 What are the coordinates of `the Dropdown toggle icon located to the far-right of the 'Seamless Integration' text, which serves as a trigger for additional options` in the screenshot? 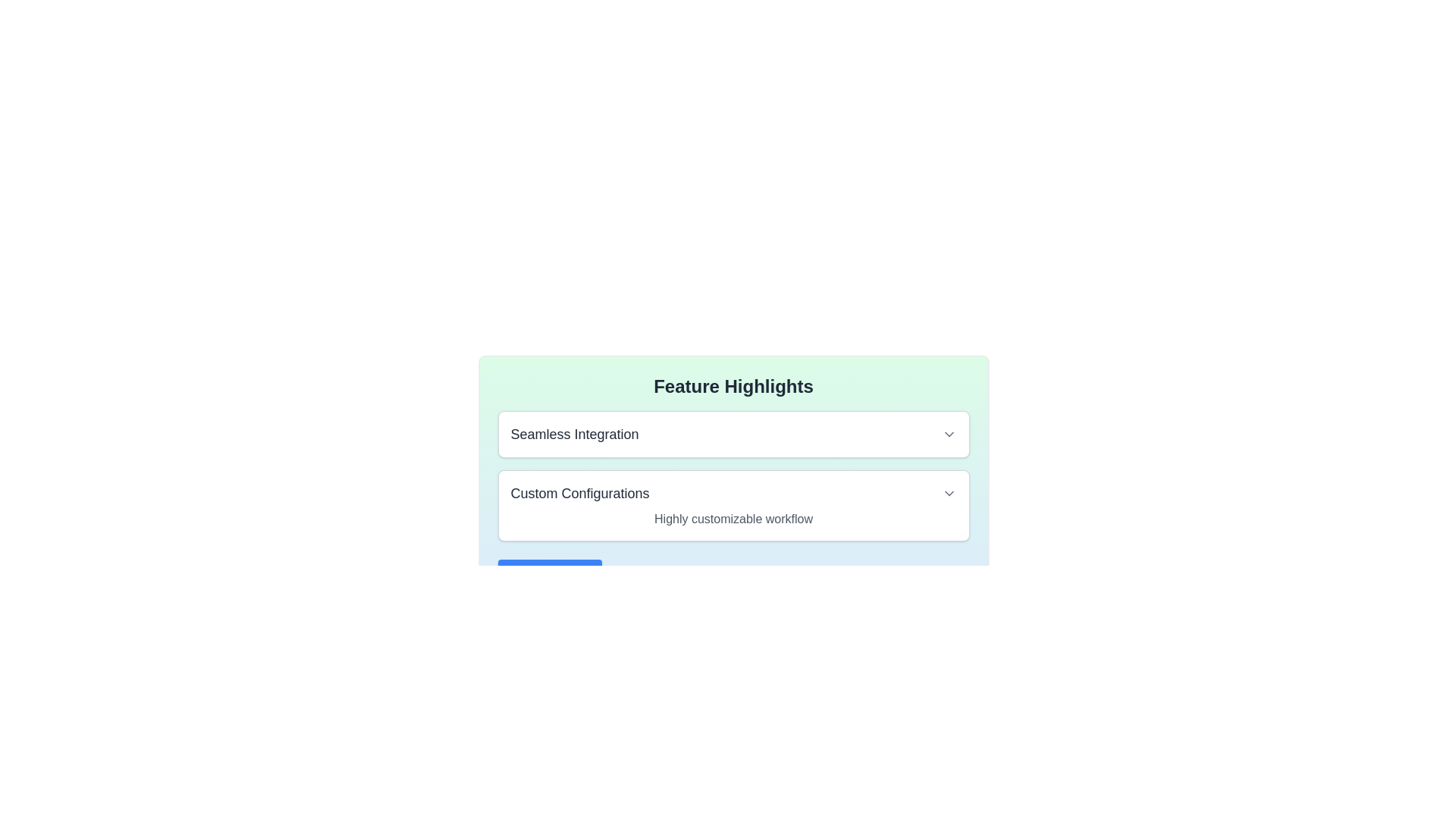 It's located at (948, 435).